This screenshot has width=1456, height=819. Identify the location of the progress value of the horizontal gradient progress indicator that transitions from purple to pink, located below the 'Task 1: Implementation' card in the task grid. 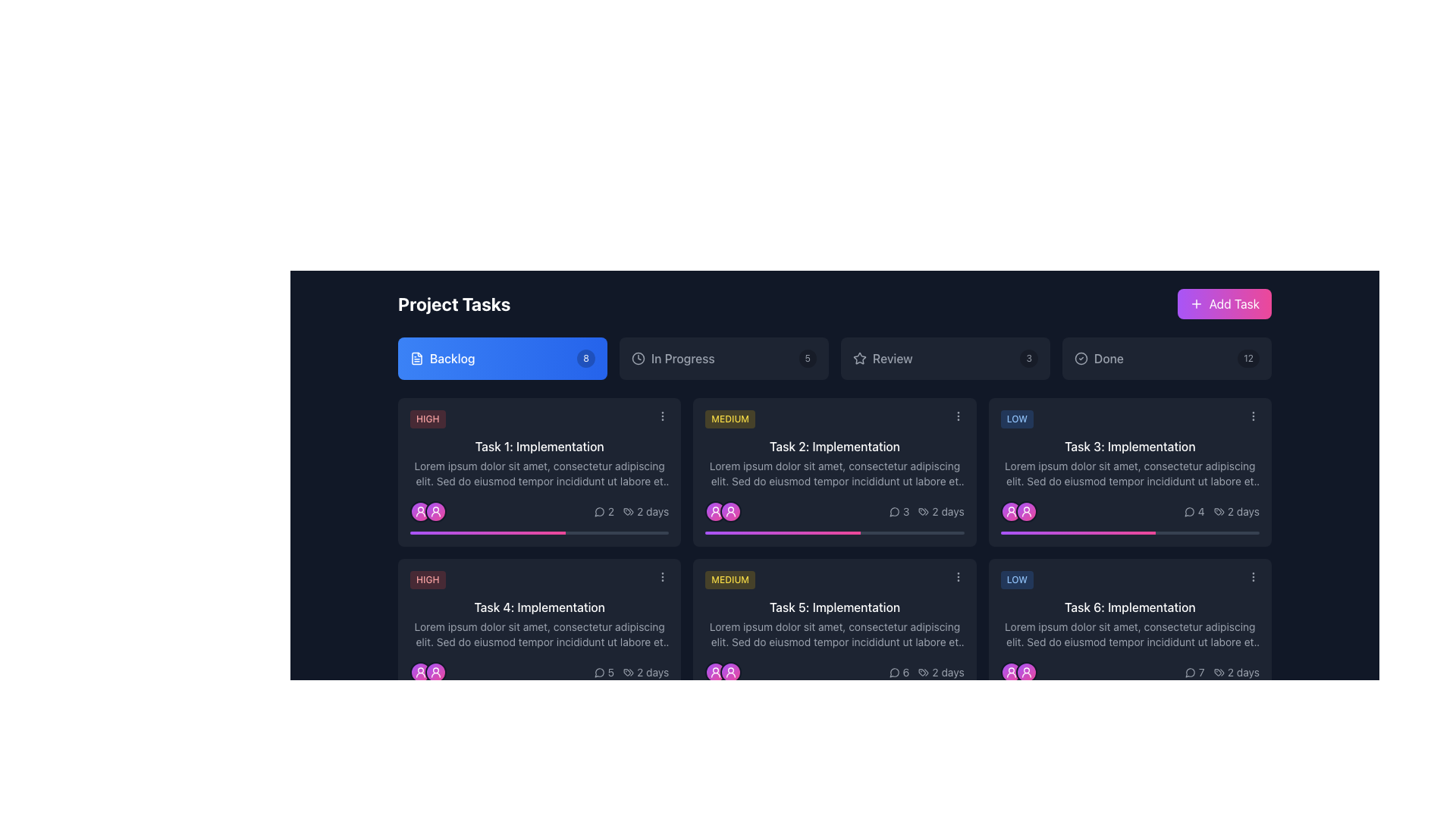
(488, 532).